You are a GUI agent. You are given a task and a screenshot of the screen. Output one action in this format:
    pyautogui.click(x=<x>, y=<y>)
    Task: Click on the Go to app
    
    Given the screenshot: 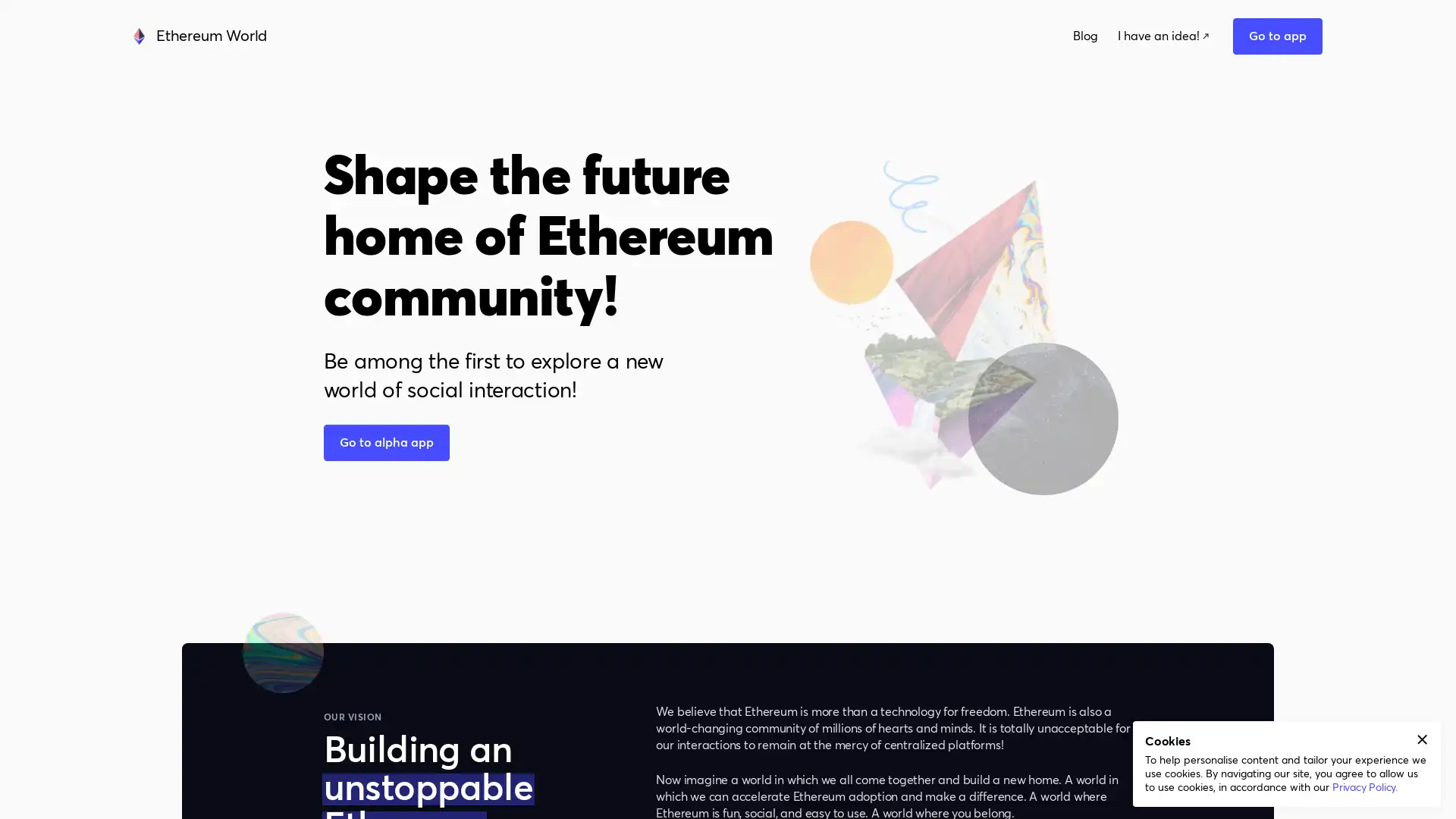 What is the action you would take?
    pyautogui.click(x=1167, y=42)
    